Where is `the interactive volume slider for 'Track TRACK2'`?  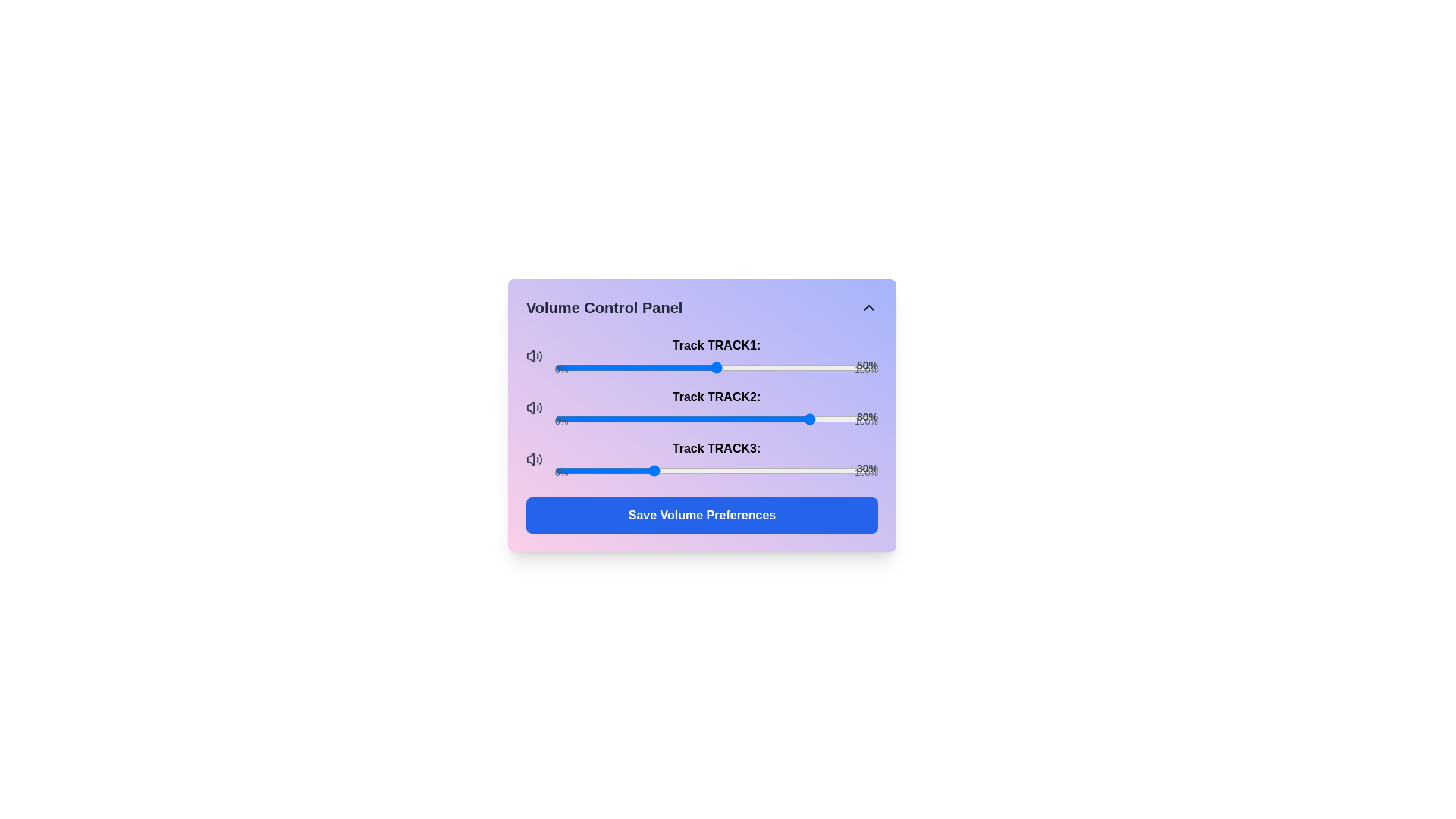 the interactive volume slider for 'Track TRACK2' is located at coordinates (701, 406).